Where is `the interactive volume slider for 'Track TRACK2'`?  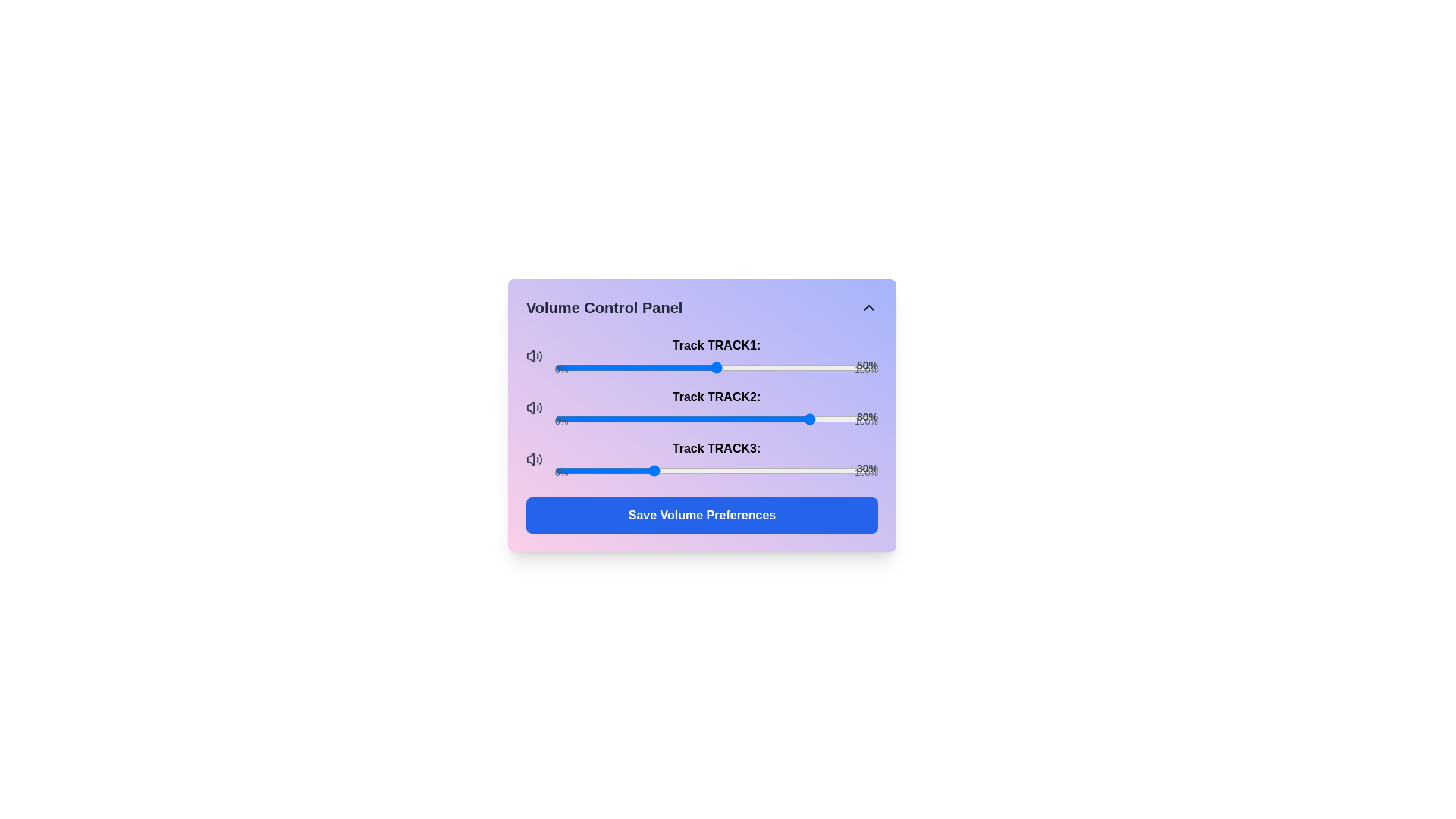 the interactive volume slider for 'Track TRACK2' is located at coordinates (701, 406).